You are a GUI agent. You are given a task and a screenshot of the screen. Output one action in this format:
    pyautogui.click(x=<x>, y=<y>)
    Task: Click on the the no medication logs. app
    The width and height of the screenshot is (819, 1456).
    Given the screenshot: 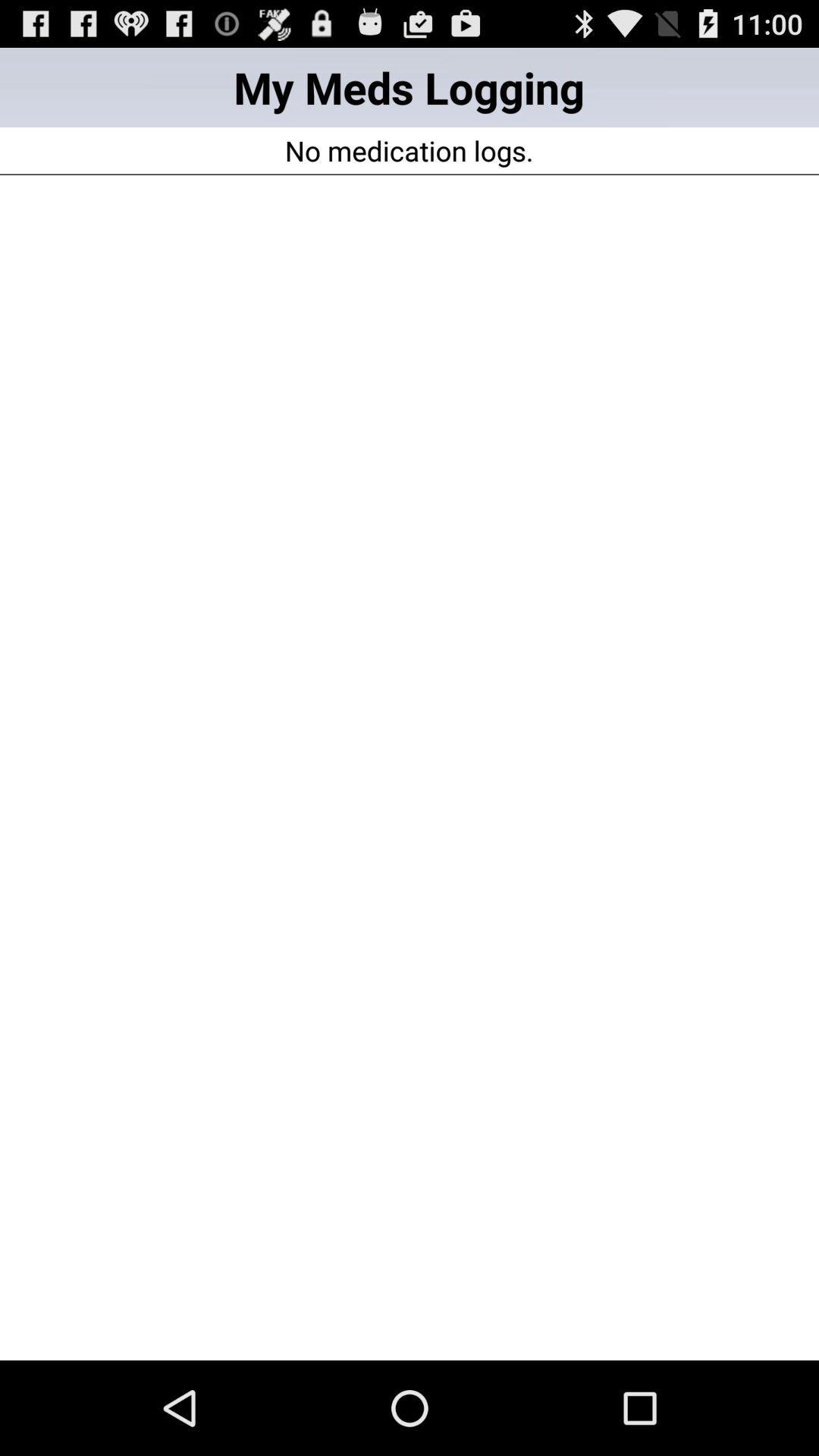 What is the action you would take?
    pyautogui.click(x=408, y=150)
    